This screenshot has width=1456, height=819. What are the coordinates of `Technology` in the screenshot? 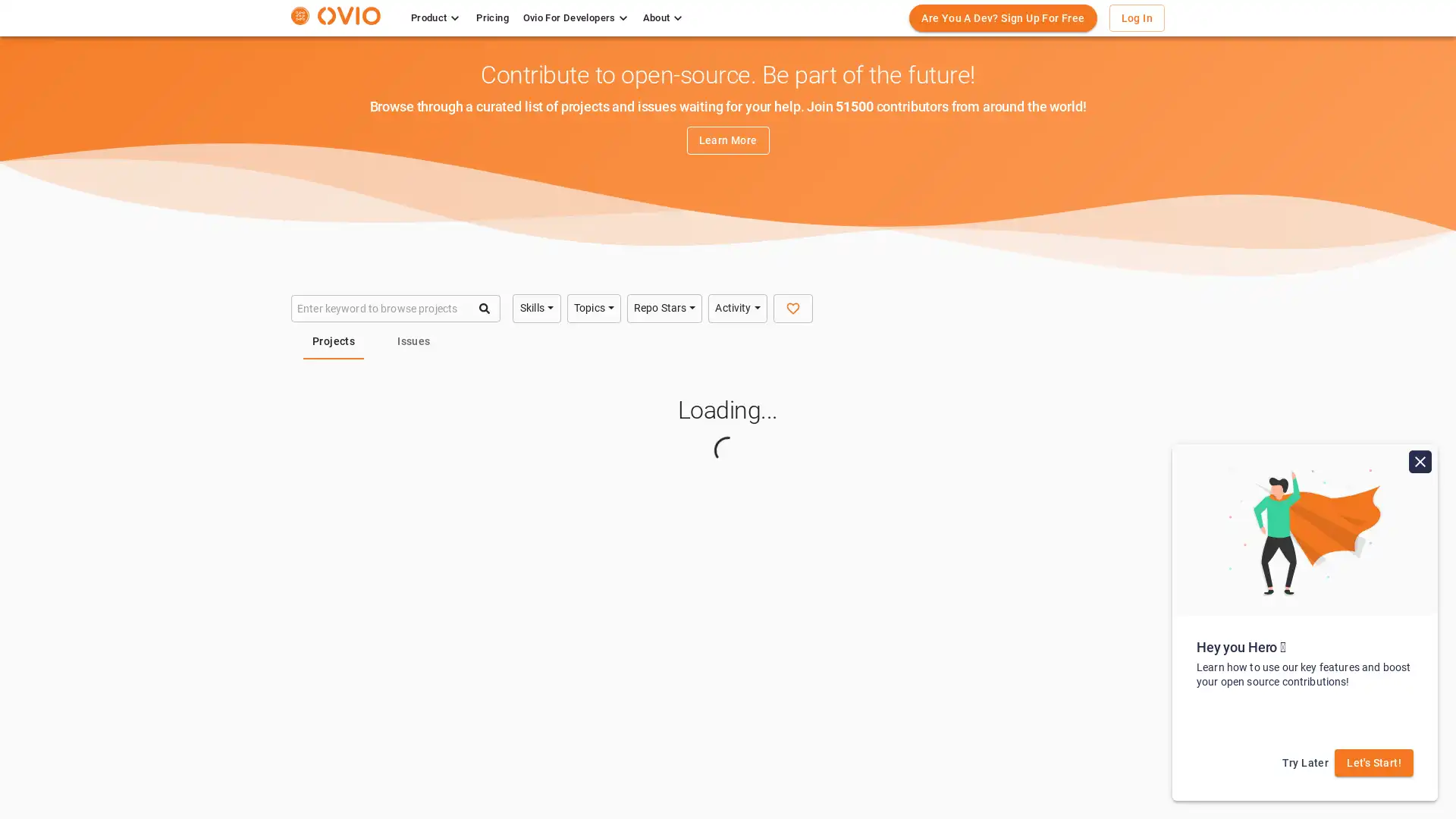 It's located at (920, 646).